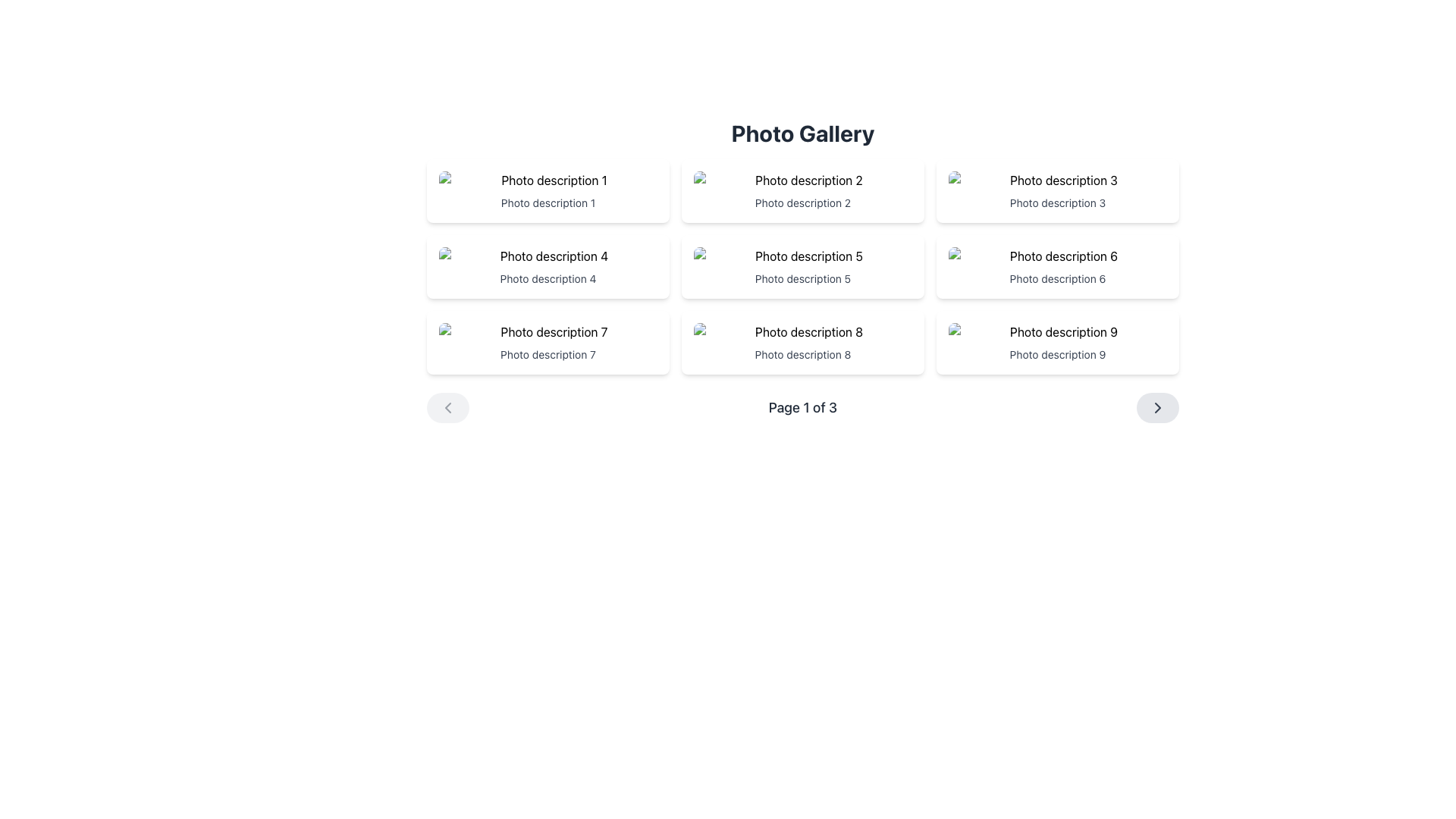 This screenshot has height=819, width=1456. What do you see at coordinates (548, 342) in the screenshot?
I see `the first clickable card in the bottom row of a three-column grid layout, which contains an image and text, to obtain more information about the displayed content` at bounding box center [548, 342].